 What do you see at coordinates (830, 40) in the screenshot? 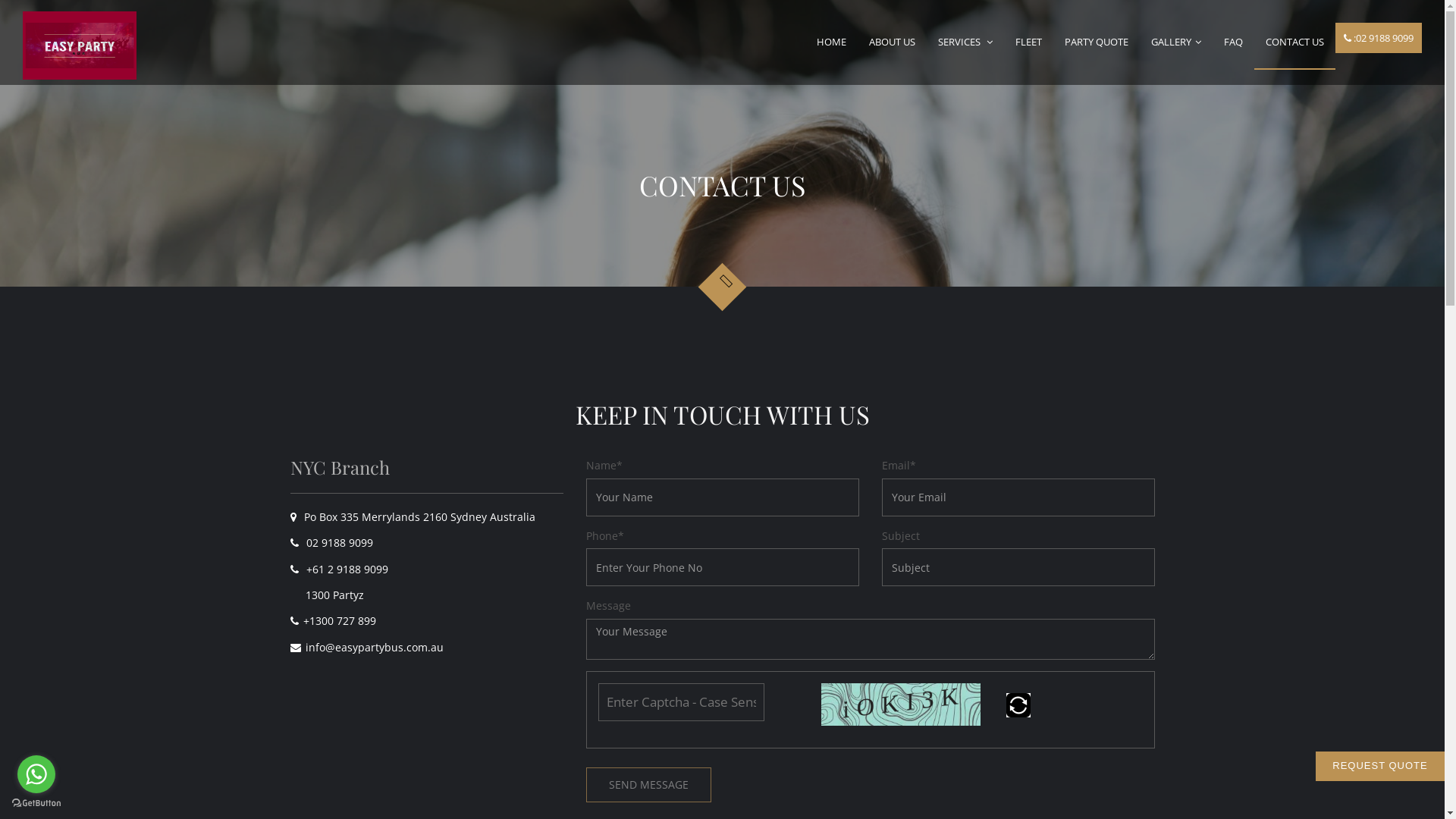
I see `'HOME'` at bounding box center [830, 40].